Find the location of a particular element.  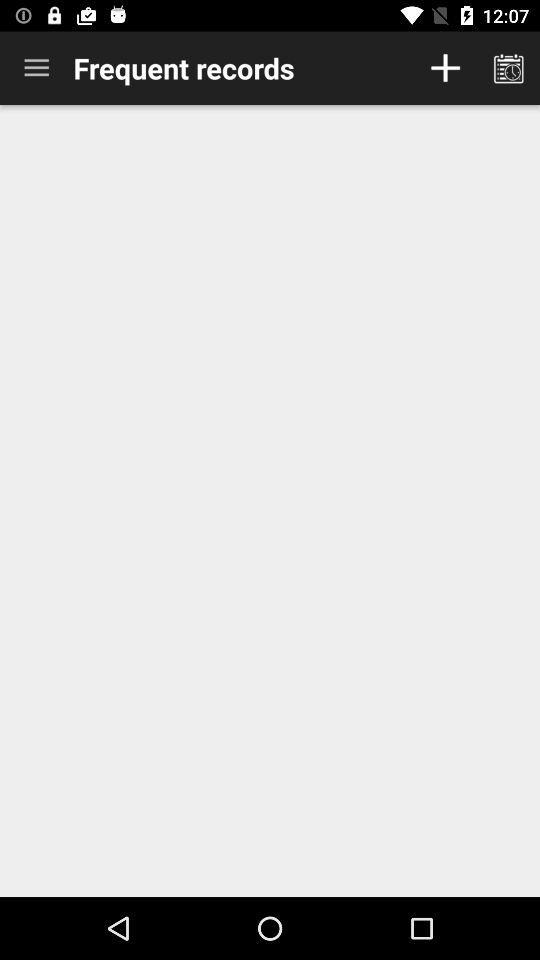

item at the center is located at coordinates (270, 500).